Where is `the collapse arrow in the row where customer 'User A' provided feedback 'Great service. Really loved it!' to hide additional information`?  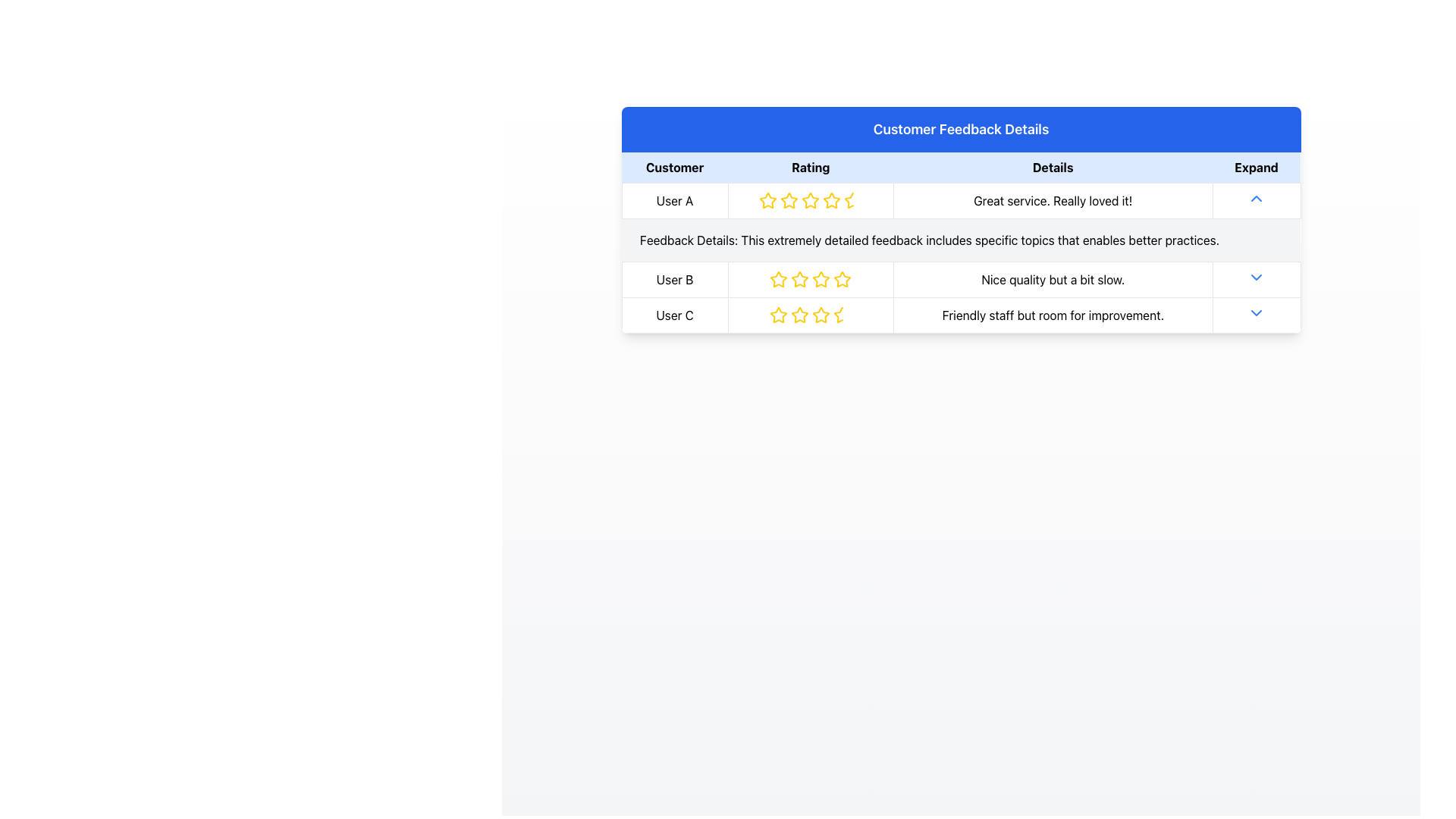
the collapse arrow in the row where customer 'User A' provided feedback 'Great service. Really loved it!' to hide additional information is located at coordinates (1257, 200).